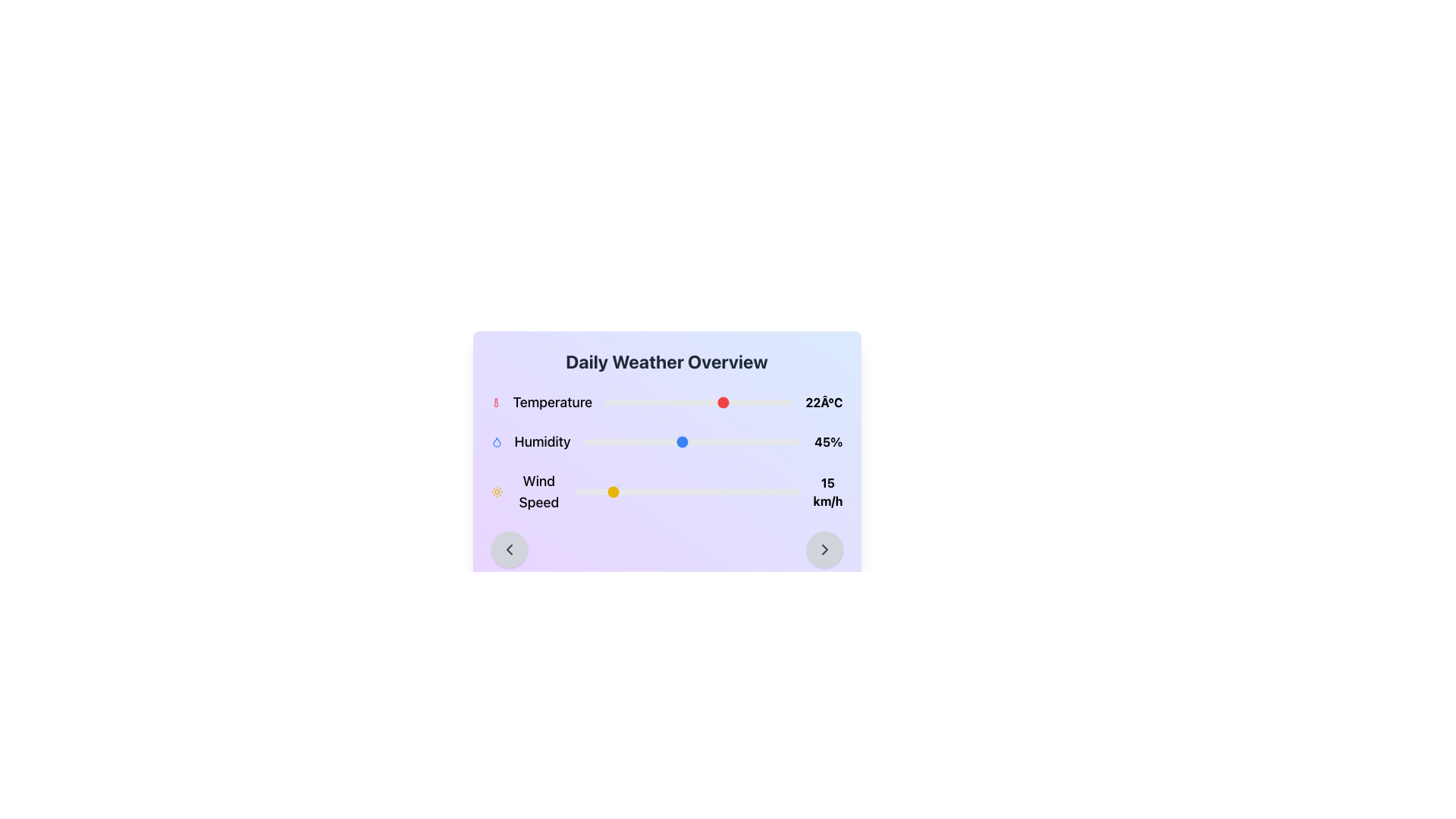 The width and height of the screenshot is (1456, 819). What do you see at coordinates (655, 441) in the screenshot?
I see `humidity` at bounding box center [655, 441].